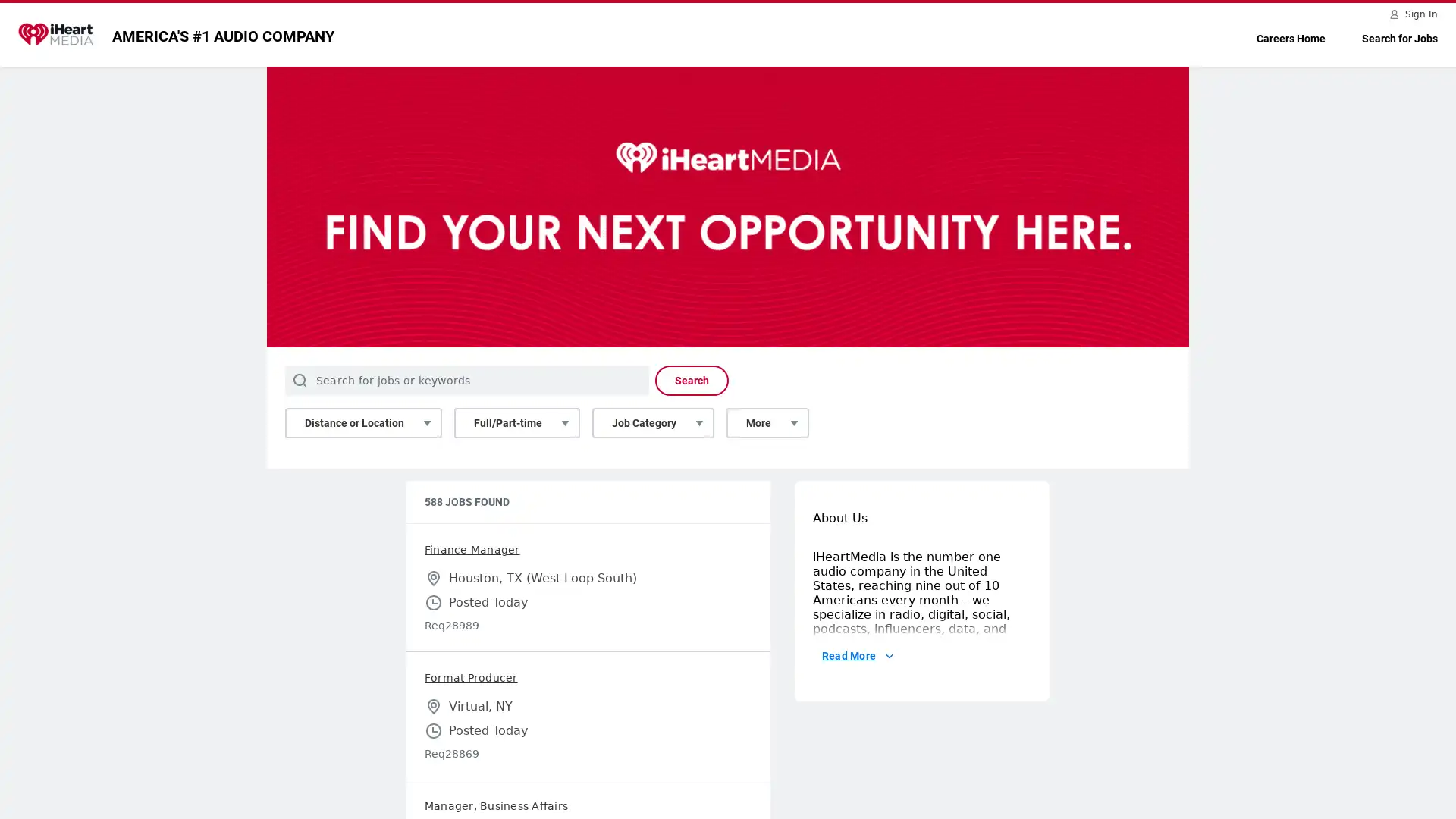 This screenshot has height=819, width=1456. Describe the element at coordinates (516, 423) in the screenshot. I see `Full/Part-time` at that location.